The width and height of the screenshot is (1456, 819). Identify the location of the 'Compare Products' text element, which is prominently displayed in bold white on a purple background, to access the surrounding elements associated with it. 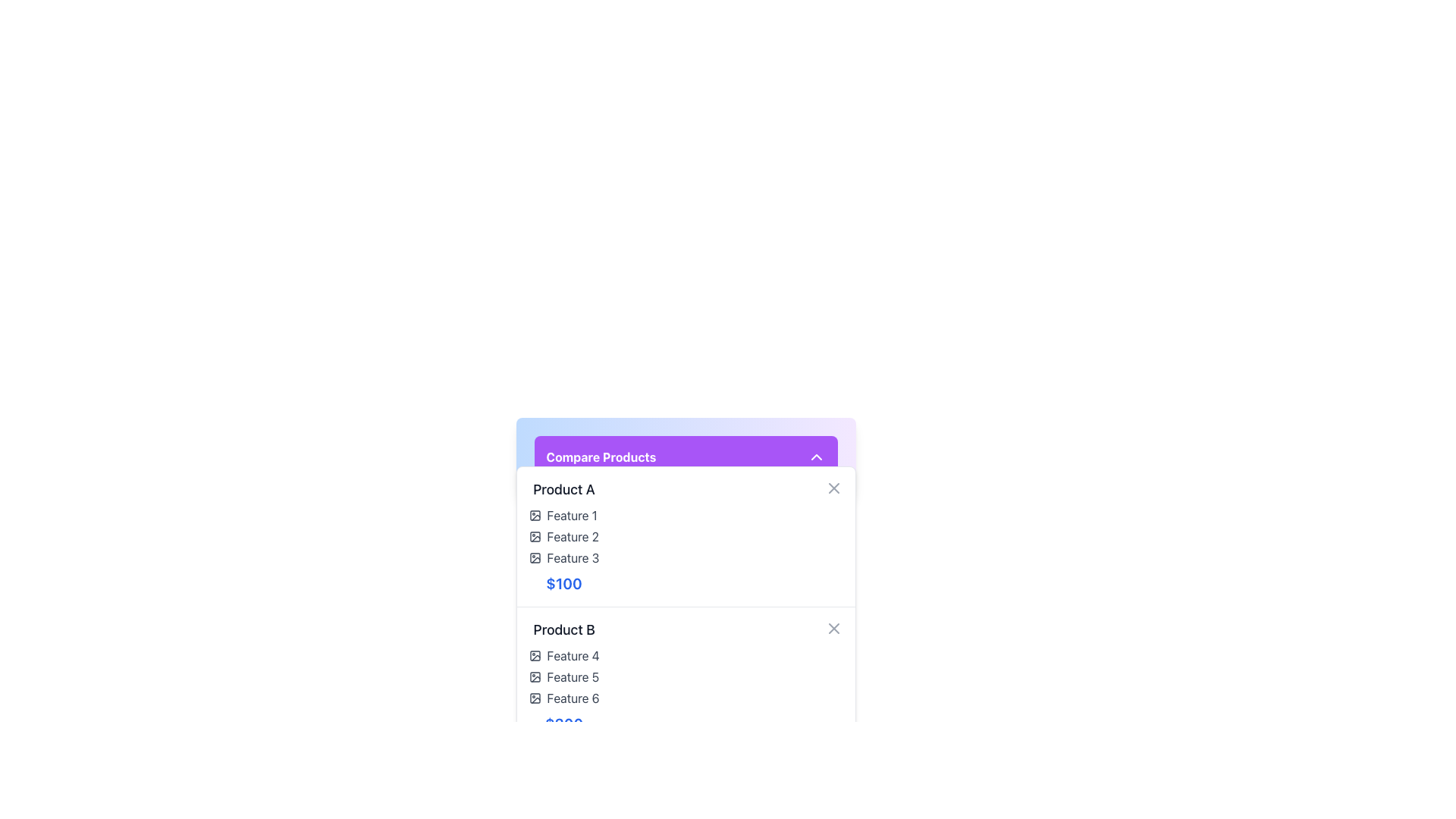
(600, 456).